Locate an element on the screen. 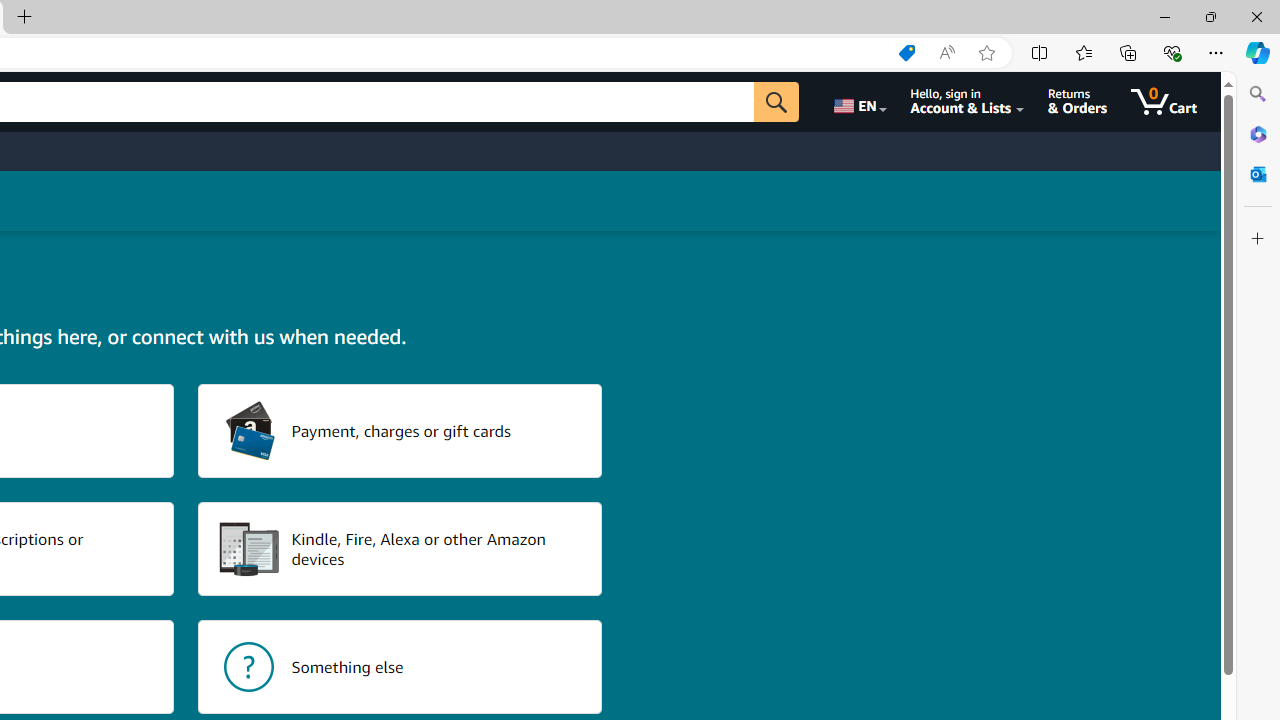  'Kindle, Fire, Alexa or other Amazon devices' is located at coordinates (400, 549).